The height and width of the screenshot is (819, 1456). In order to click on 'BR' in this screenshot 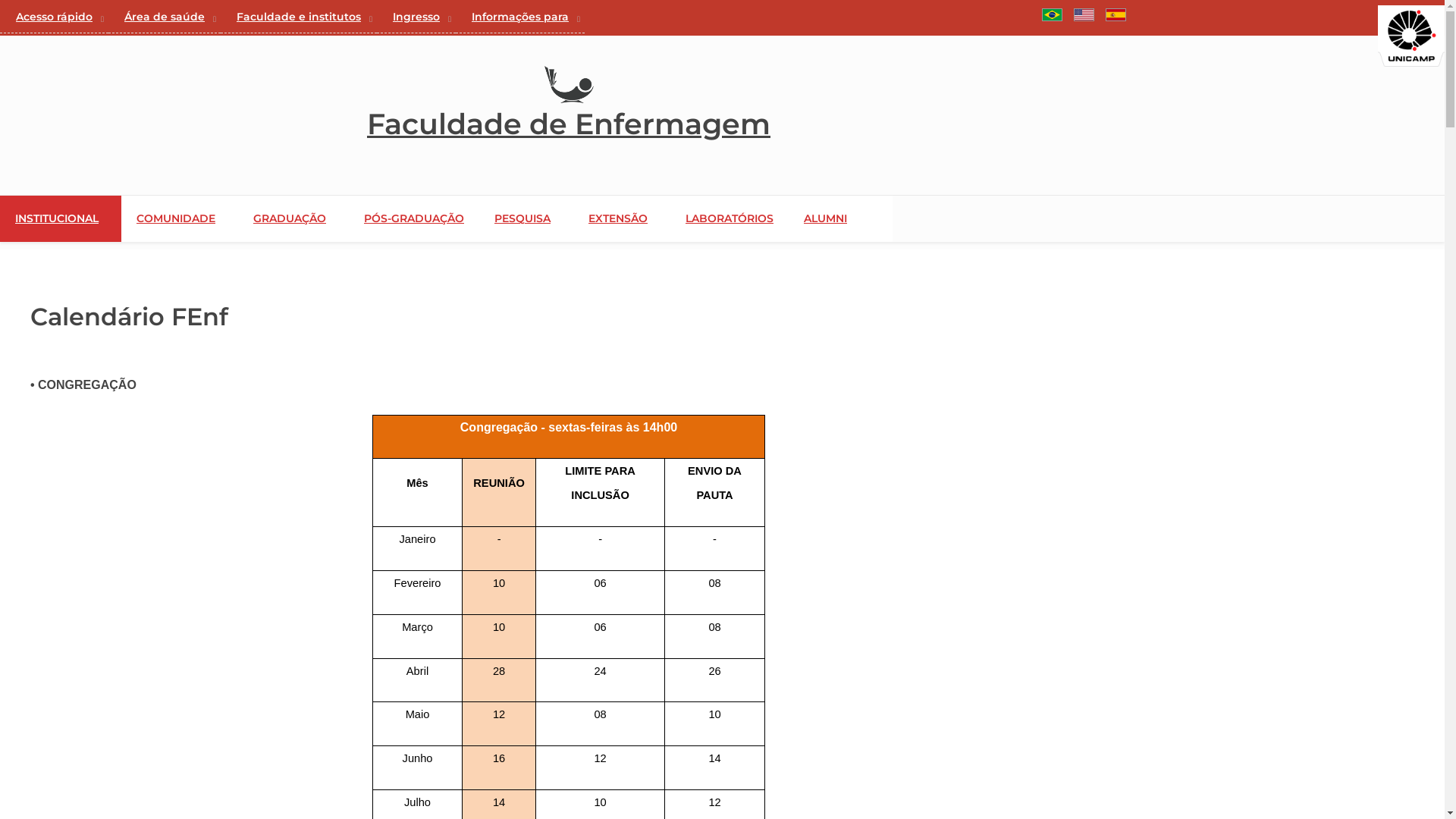, I will do `click(1051, 14)`.